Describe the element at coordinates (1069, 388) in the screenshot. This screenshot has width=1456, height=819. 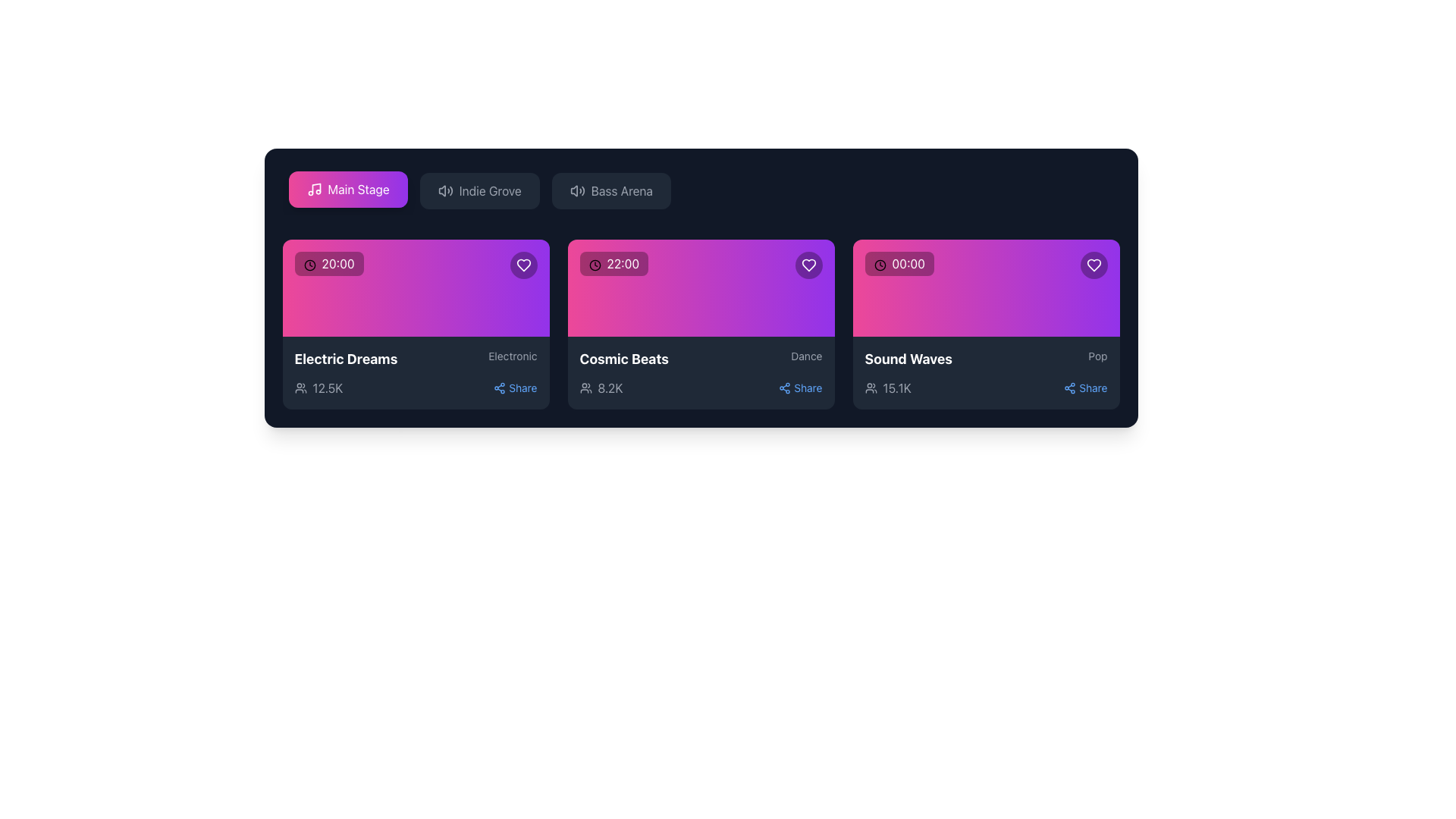
I see `the light blue share icon located between the text '15.1K' and 'Share' in the bottom section of the 'Sound Waves' card` at that location.